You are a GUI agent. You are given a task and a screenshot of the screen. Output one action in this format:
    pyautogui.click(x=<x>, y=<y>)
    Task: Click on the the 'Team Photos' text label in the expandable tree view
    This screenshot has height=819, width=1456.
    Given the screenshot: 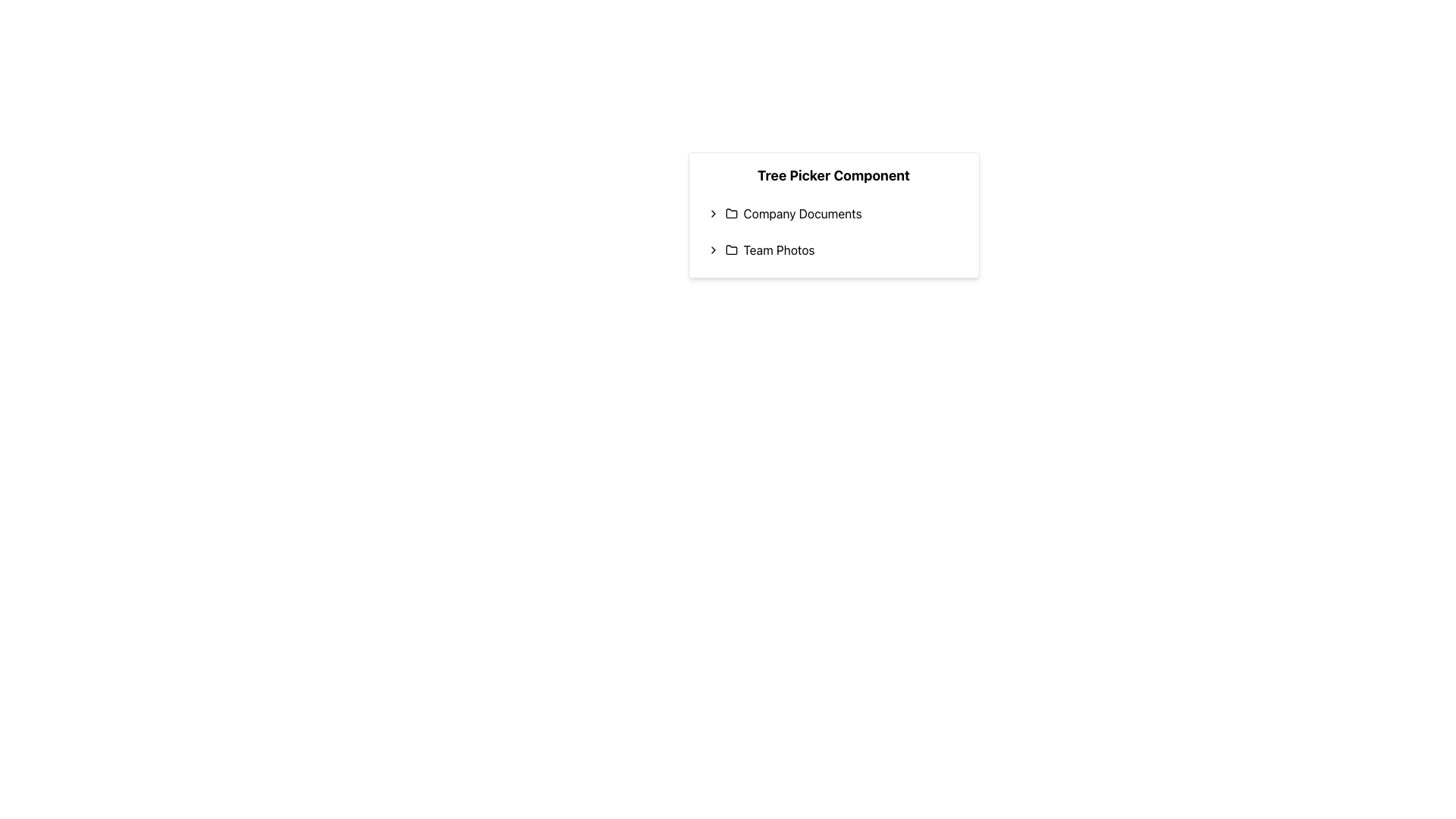 What is the action you would take?
    pyautogui.click(x=779, y=249)
    